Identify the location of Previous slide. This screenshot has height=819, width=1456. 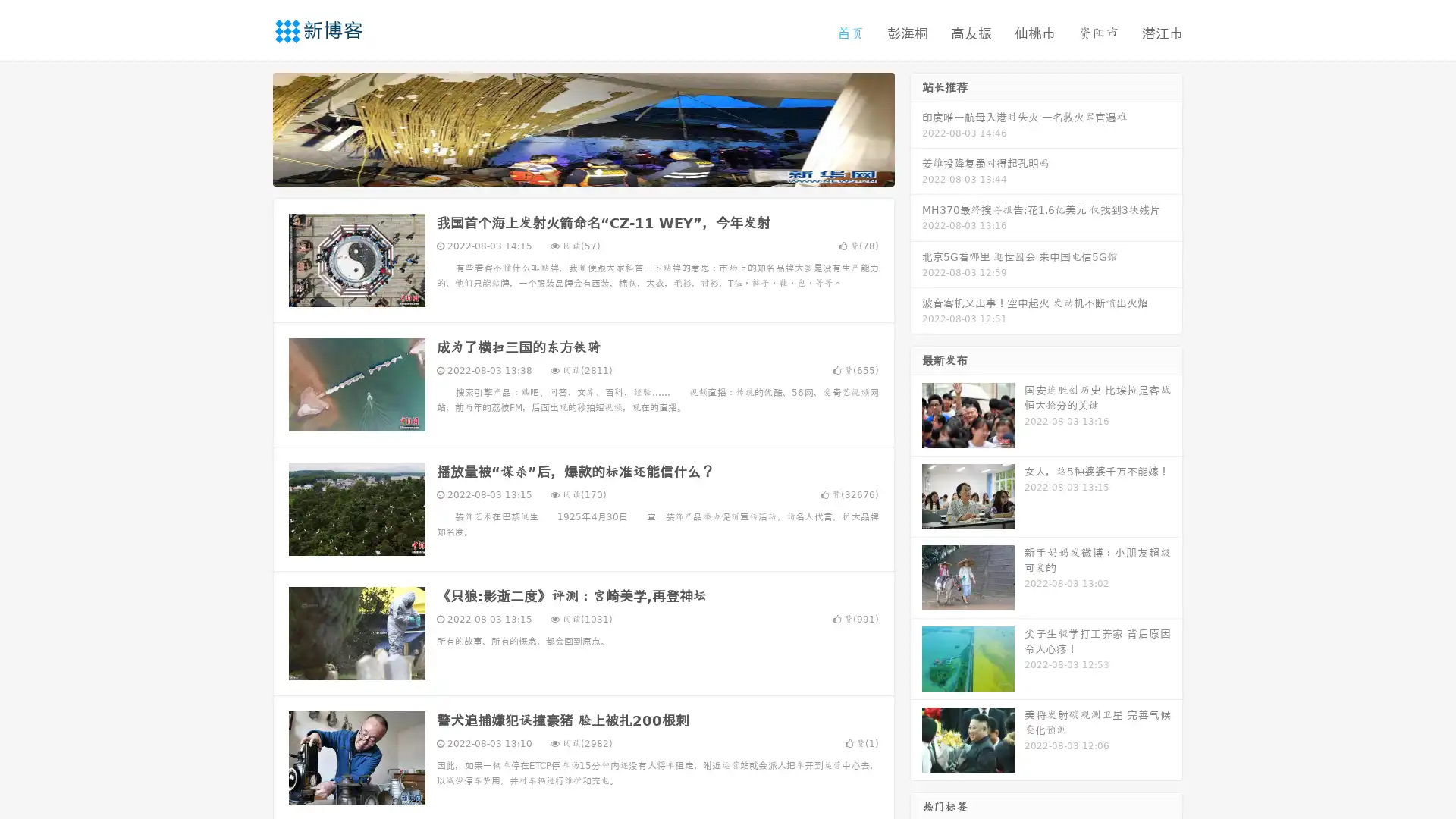
(250, 127).